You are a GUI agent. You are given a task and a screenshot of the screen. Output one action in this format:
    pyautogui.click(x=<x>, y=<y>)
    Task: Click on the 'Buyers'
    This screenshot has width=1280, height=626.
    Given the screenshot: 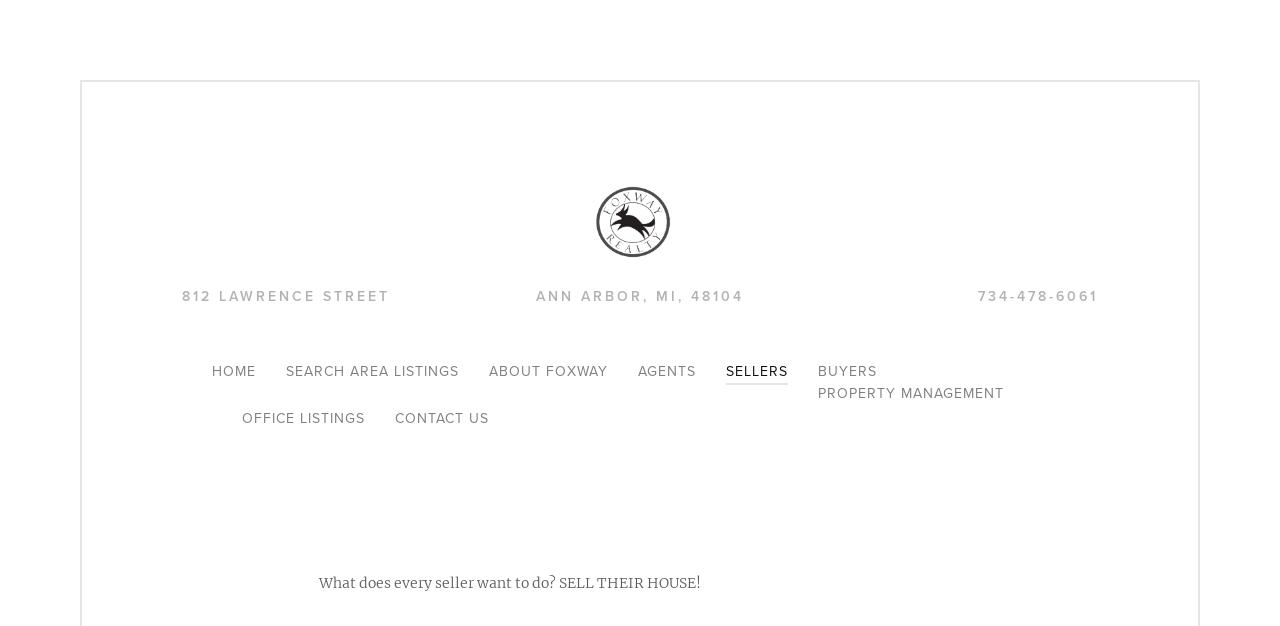 What is the action you would take?
    pyautogui.click(x=847, y=371)
    